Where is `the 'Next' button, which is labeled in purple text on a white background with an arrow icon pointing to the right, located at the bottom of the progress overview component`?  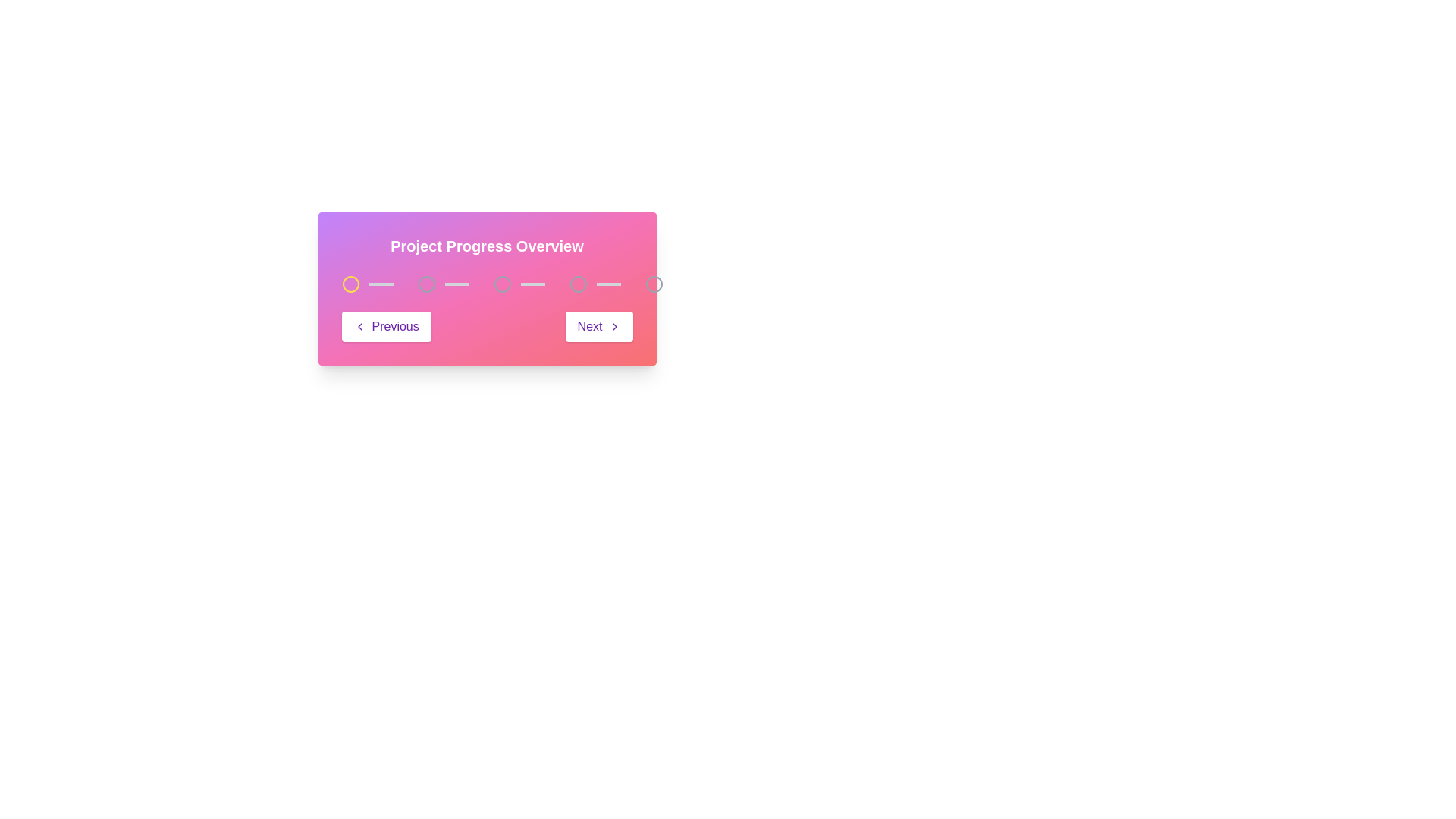
the 'Next' button, which is labeled in purple text on a white background with an arrow icon pointing to the right, located at the bottom of the progress overview component is located at coordinates (598, 326).